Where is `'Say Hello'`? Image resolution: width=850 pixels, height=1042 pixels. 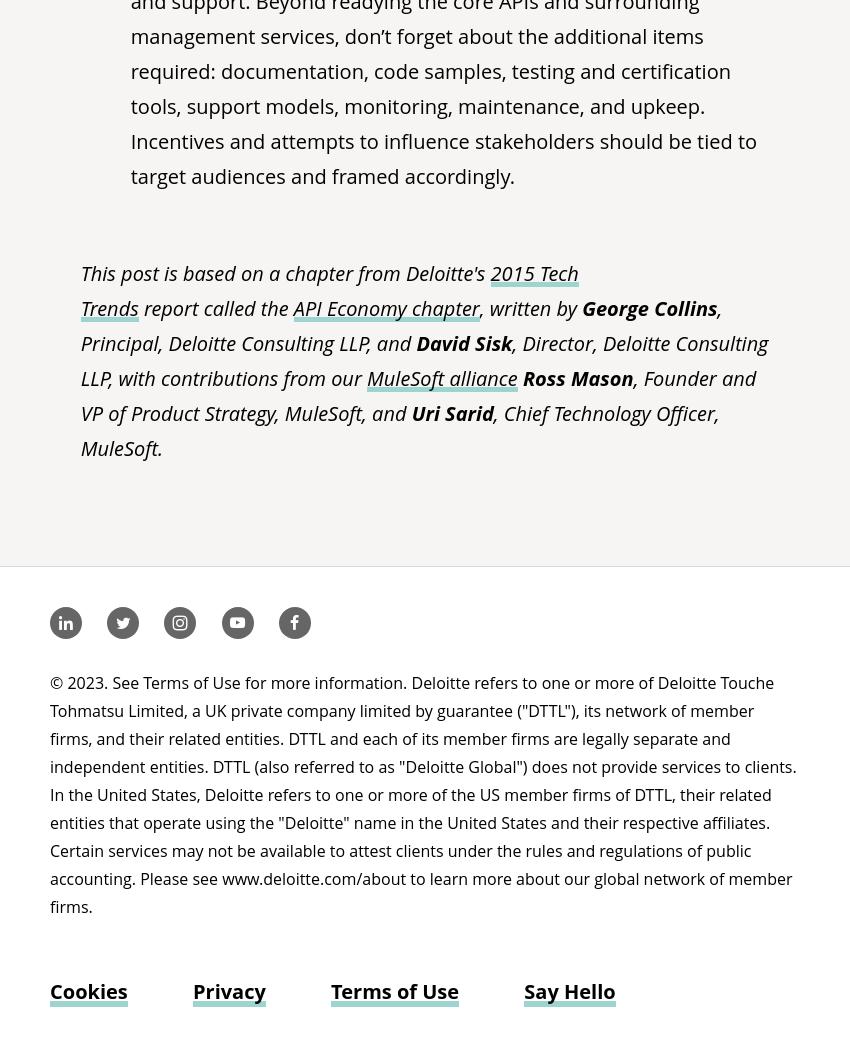 'Say Hello' is located at coordinates (569, 990).